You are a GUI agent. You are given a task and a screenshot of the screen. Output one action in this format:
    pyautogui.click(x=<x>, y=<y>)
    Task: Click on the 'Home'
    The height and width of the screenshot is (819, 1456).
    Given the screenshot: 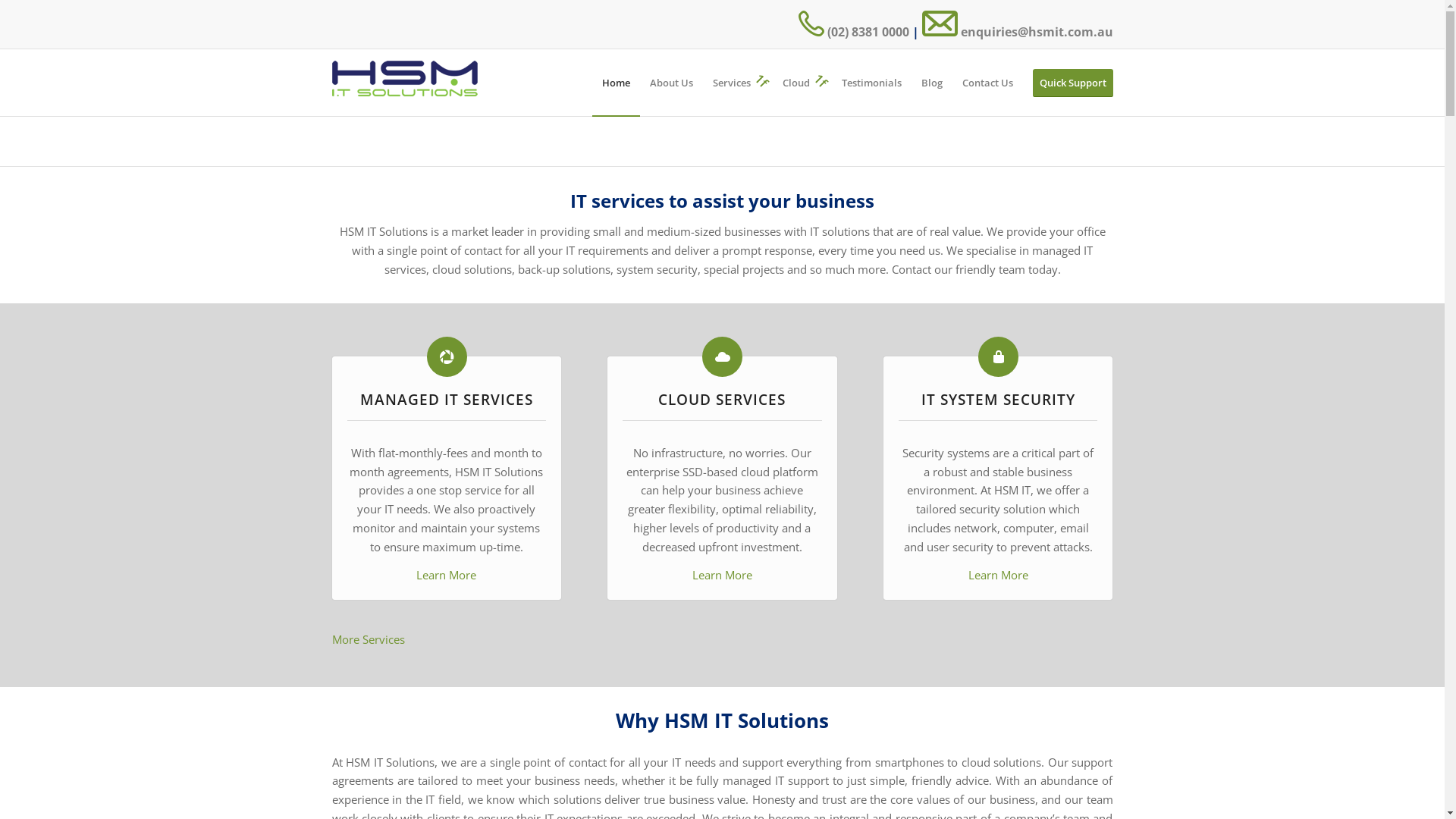 What is the action you would take?
    pyautogui.click(x=616, y=82)
    